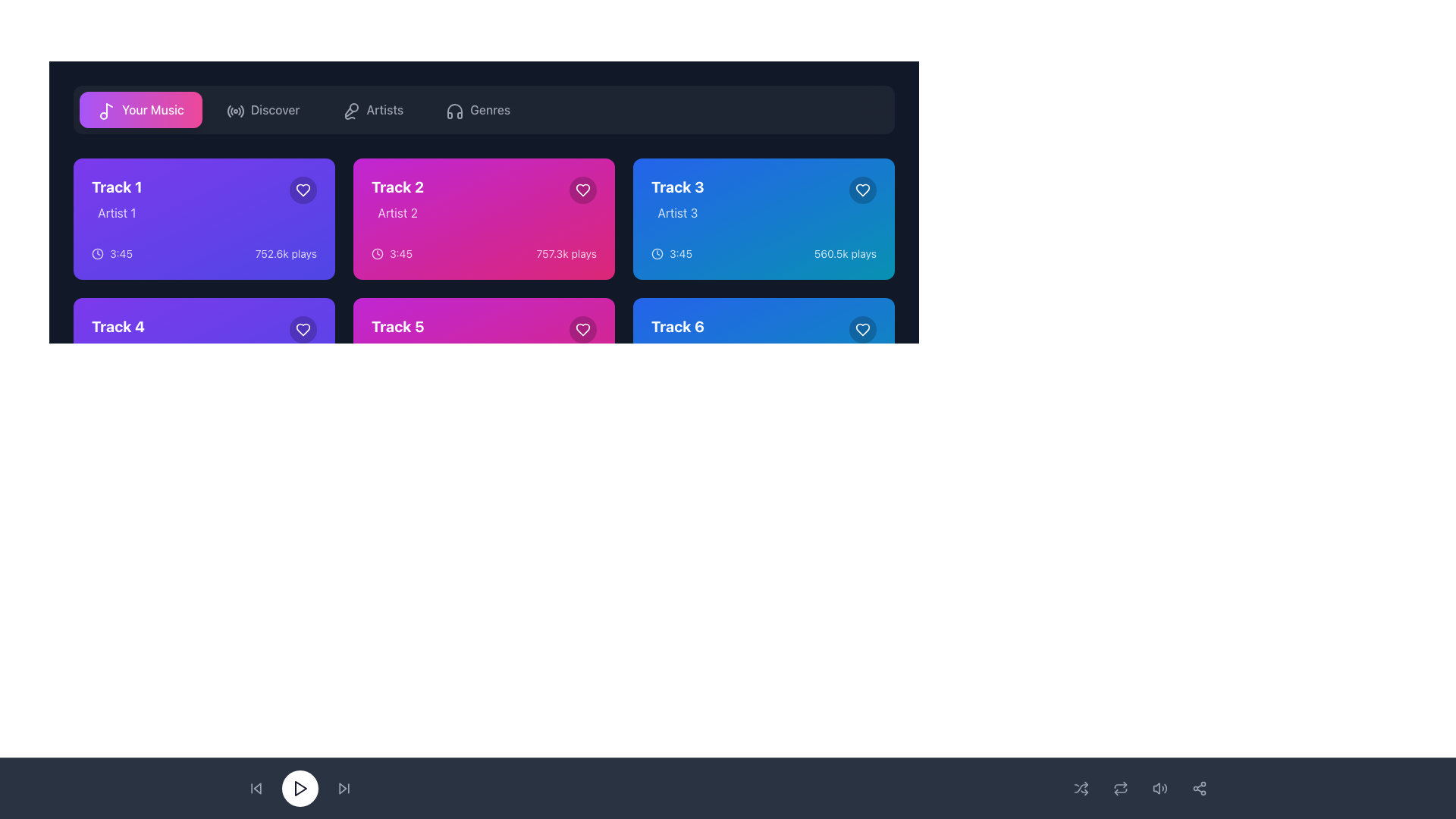 This screenshot has height=819, width=1456. Describe the element at coordinates (263, 109) in the screenshot. I see `the 'Discover' button, which is a rectangular button with a gray font on a dark background and an icon resembling a radio signal, located in the horizontal navigation menu, second from the left` at that location.